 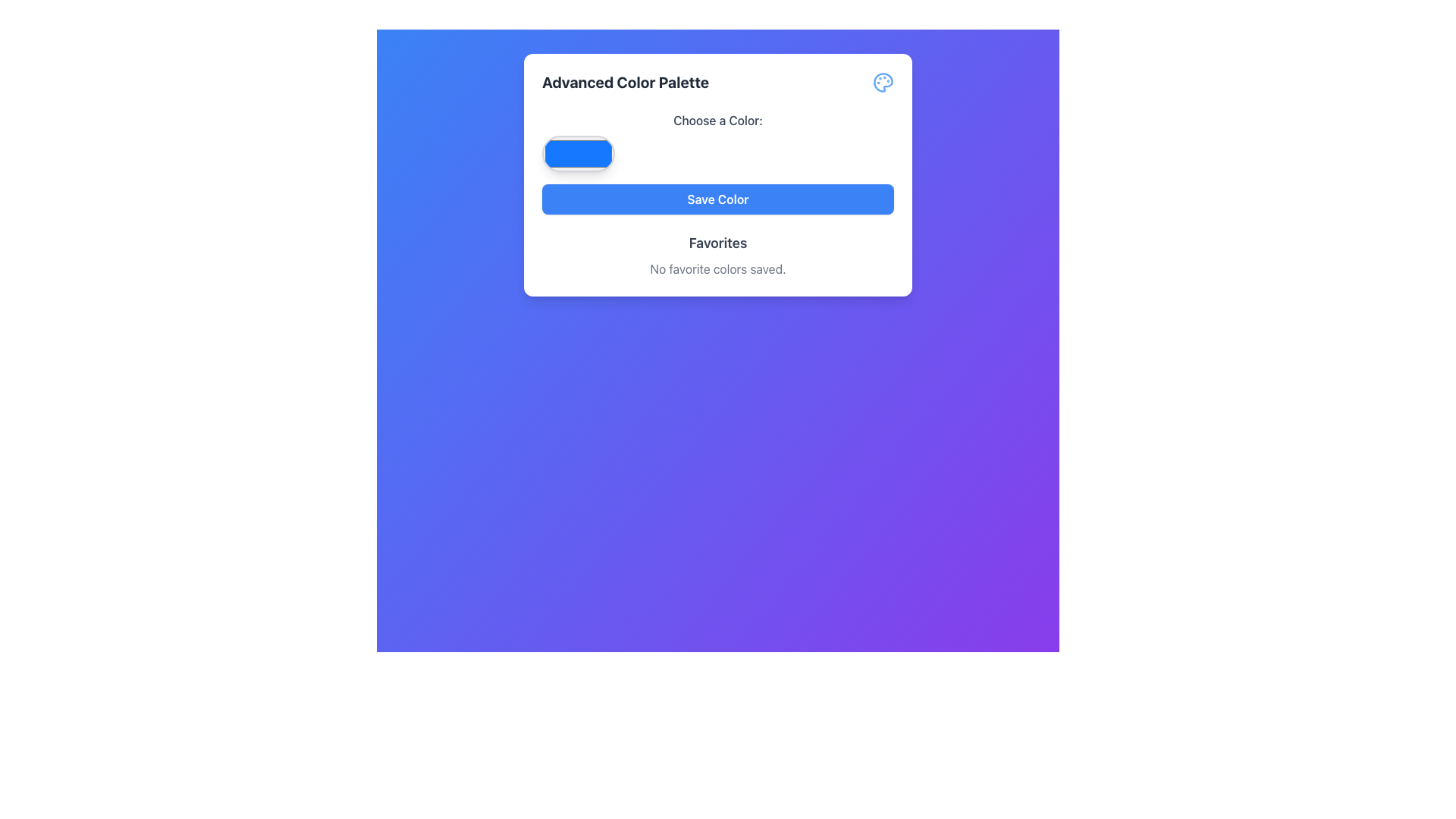 I want to click on the color picker element styled as a rounded button located in the upper middle section of the modal, positioned after the 'Advanced Color Palette' header, so click(x=717, y=141).